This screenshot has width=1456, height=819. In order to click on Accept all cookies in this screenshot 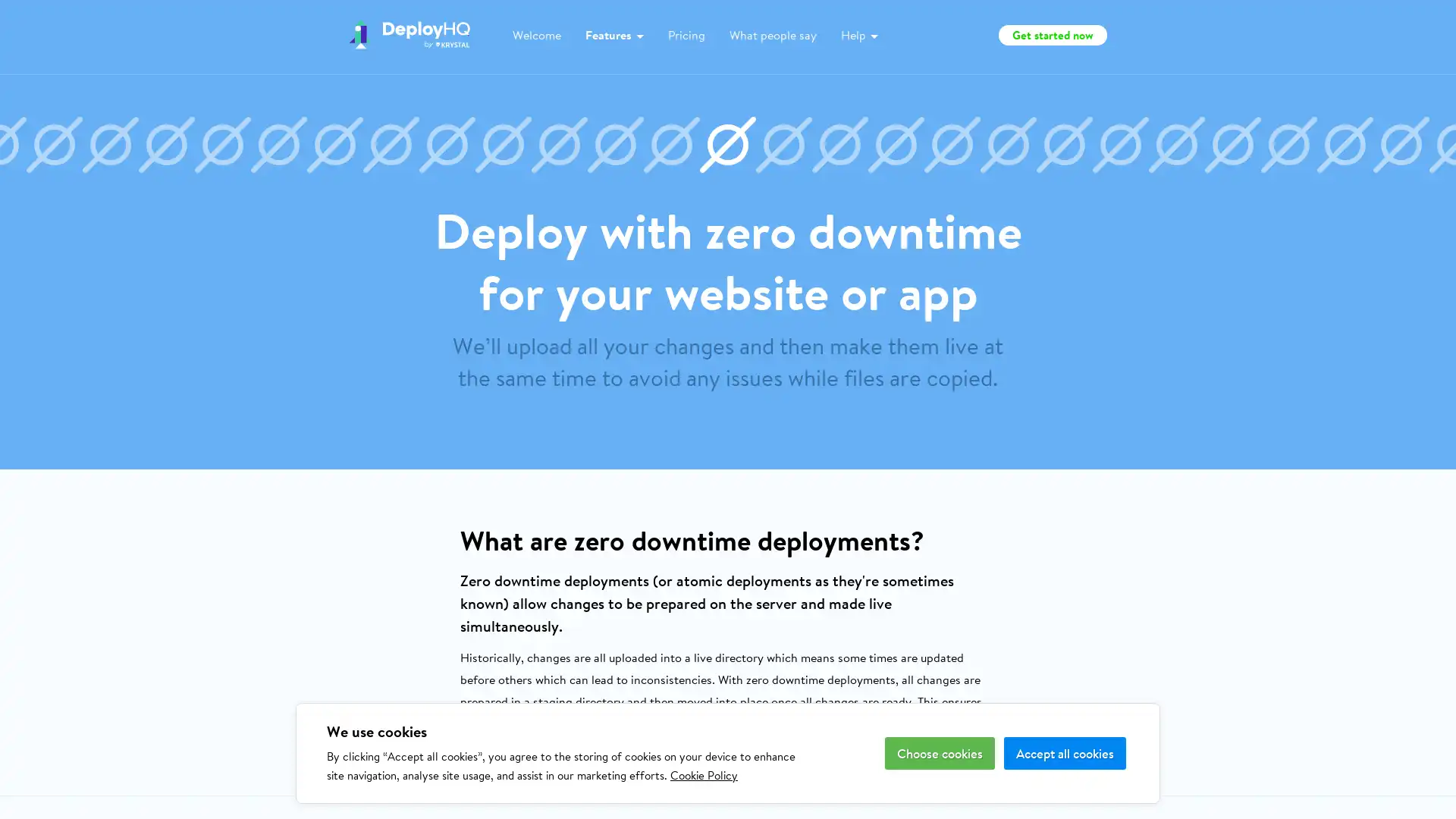, I will do `click(1064, 753)`.